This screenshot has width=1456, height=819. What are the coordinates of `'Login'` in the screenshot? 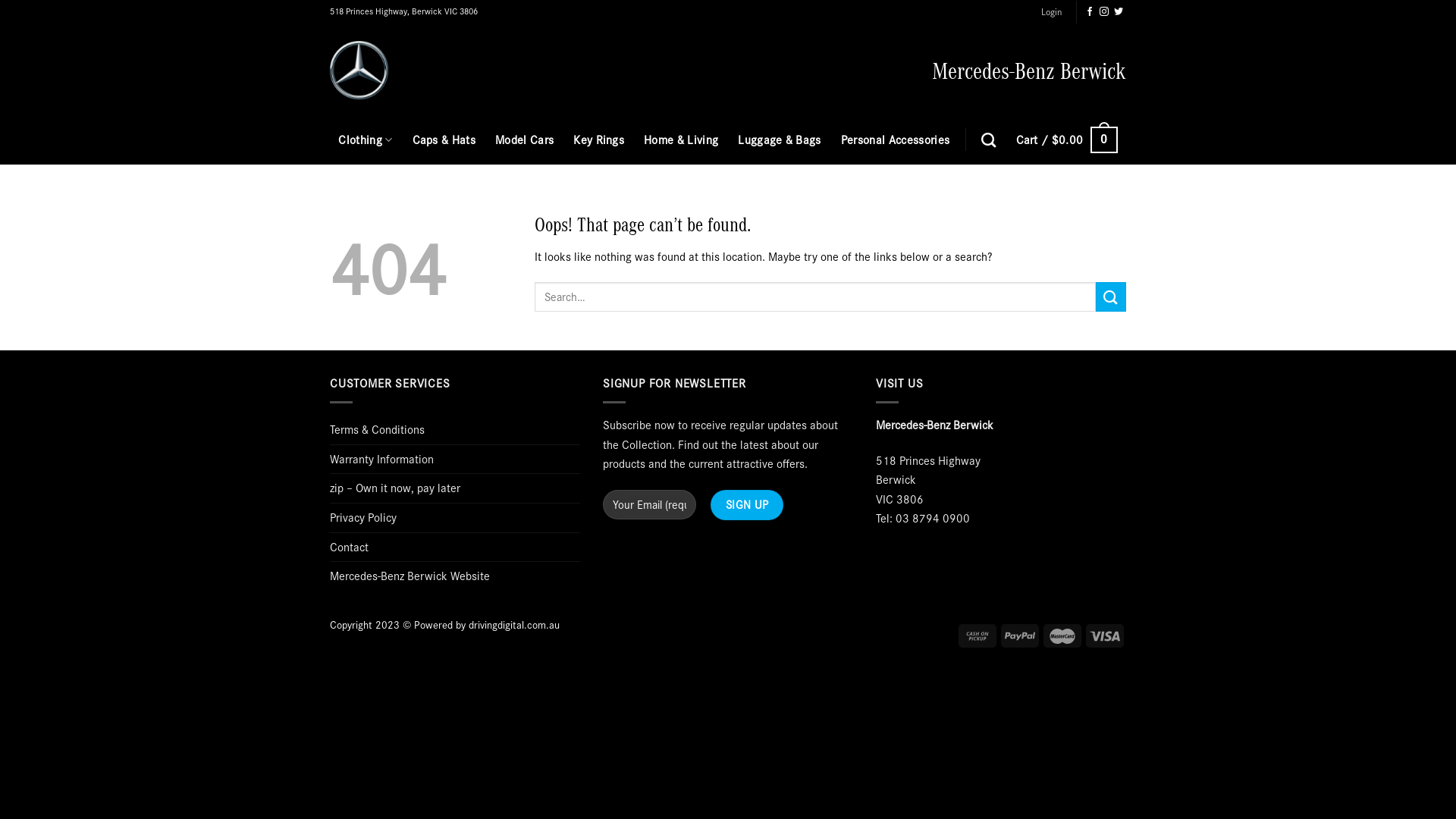 It's located at (1050, 11).